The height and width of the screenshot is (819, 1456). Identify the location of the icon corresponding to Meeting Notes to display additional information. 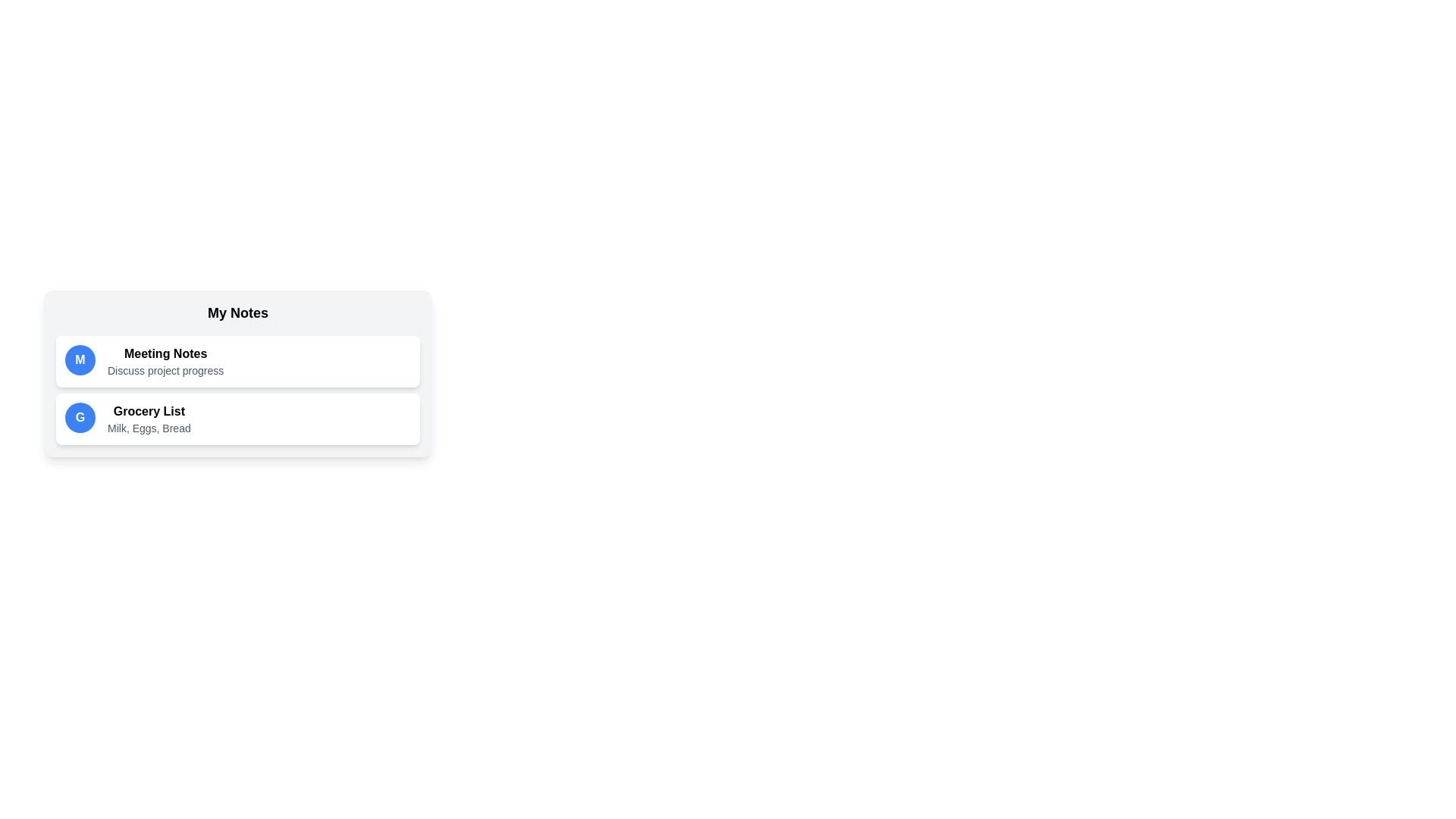
(79, 359).